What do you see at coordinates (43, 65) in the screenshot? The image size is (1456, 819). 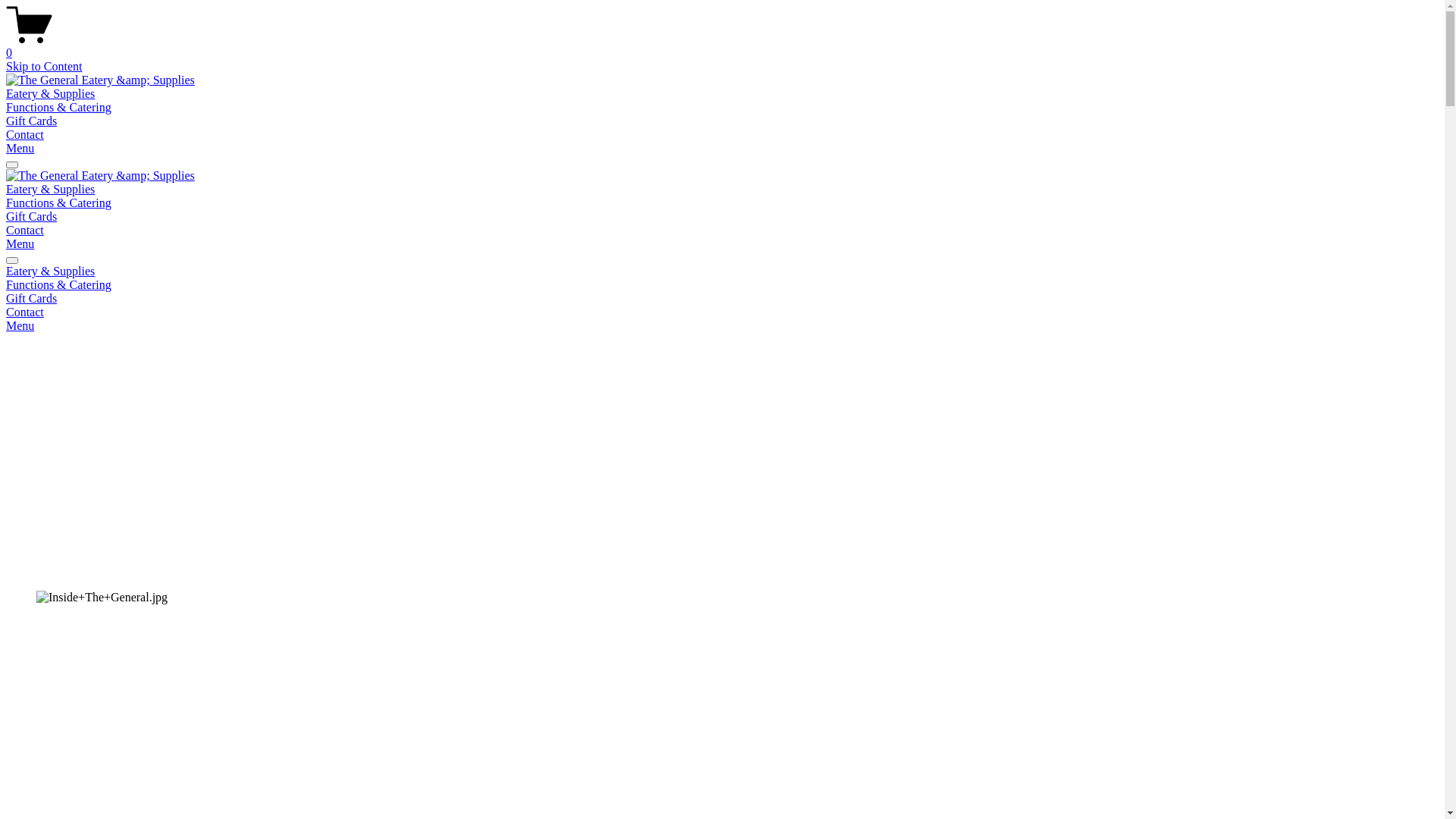 I see `'Skip to Content'` at bounding box center [43, 65].